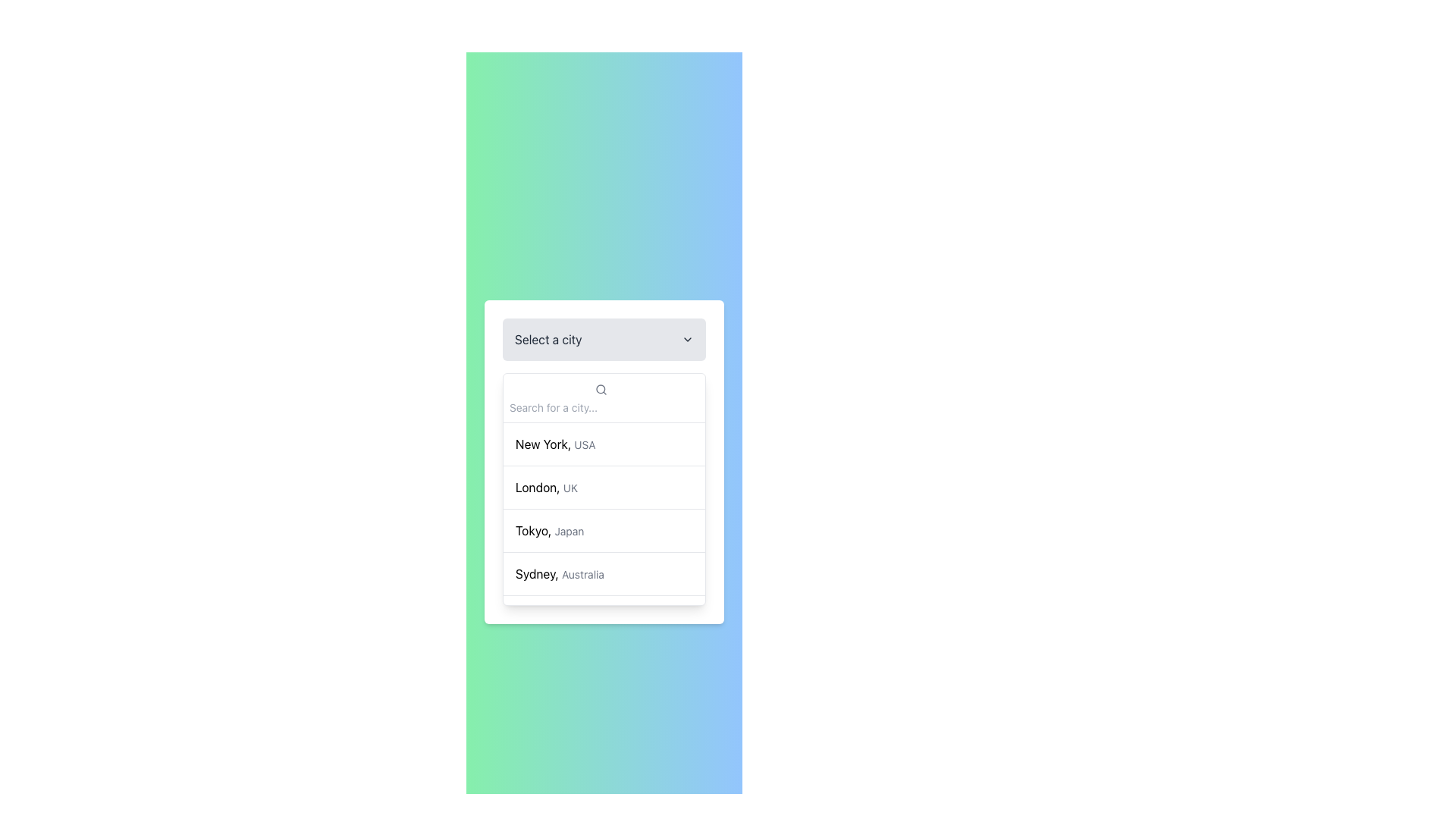  Describe the element at coordinates (546, 487) in the screenshot. I see `the text item displaying 'London, UK' in the dropdown list` at that location.